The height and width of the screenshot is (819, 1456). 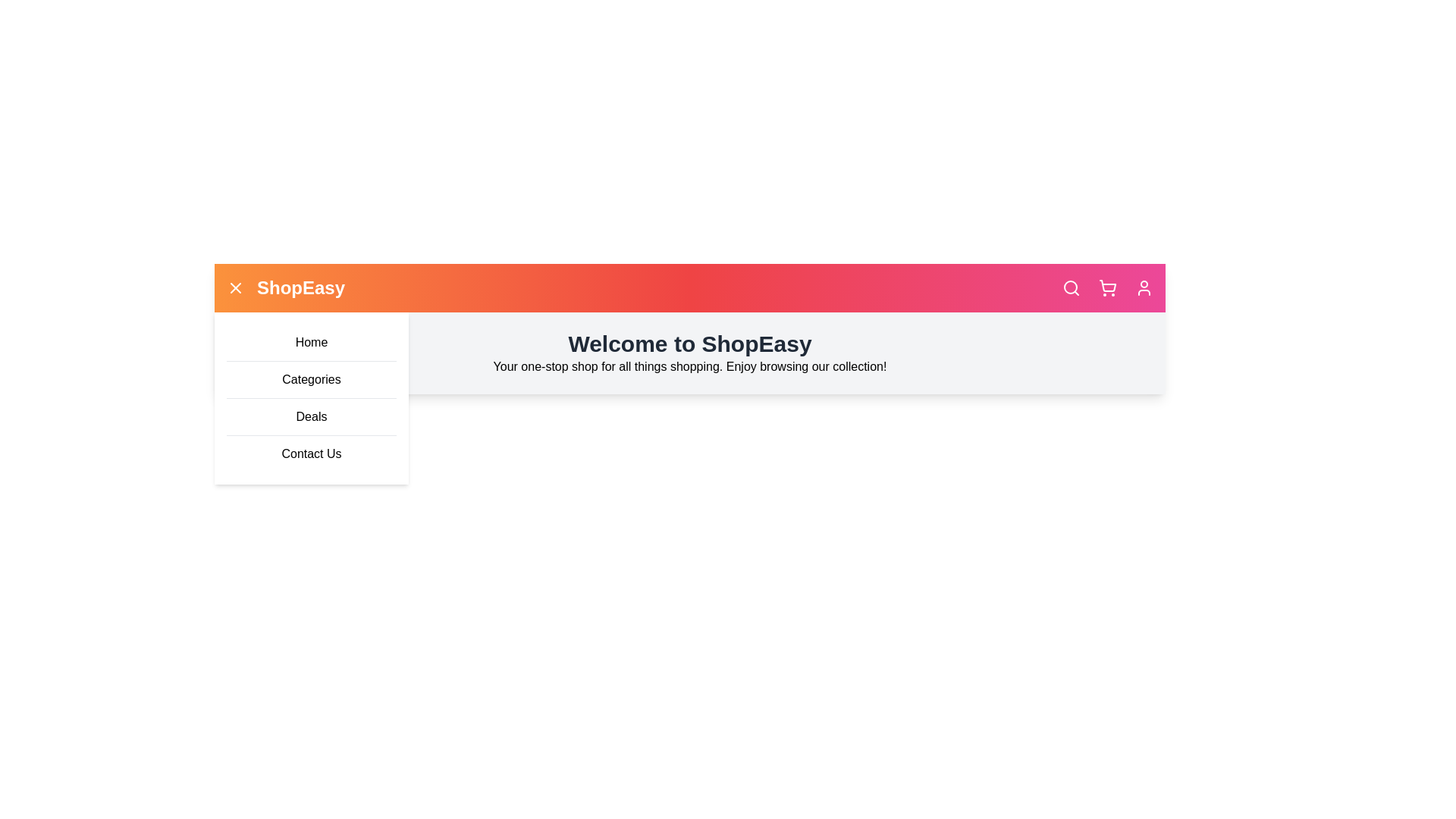 What do you see at coordinates (1144, 288) in the screenshot?
I see `the user profile icon button, which is the rightmost icon in the header bar` at bounding box center [1144, 288].